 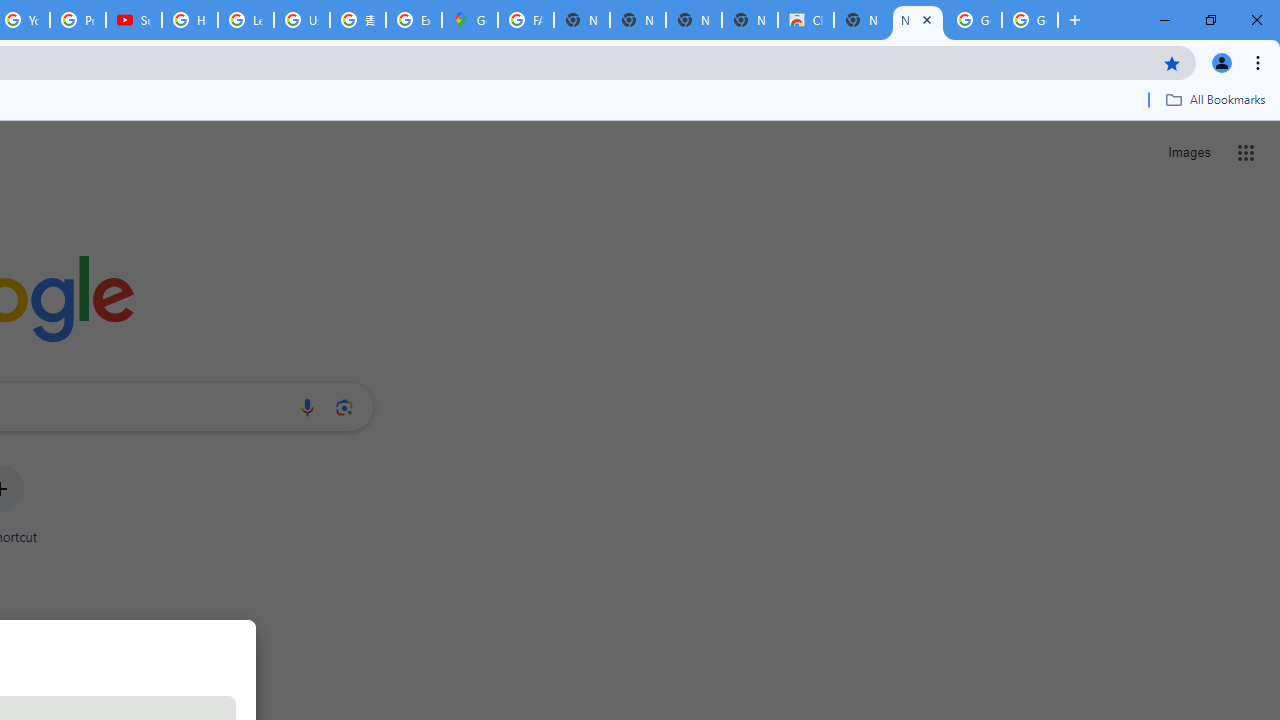 I want to click on 'Chrome Web Store', so click(x=806, y=20).